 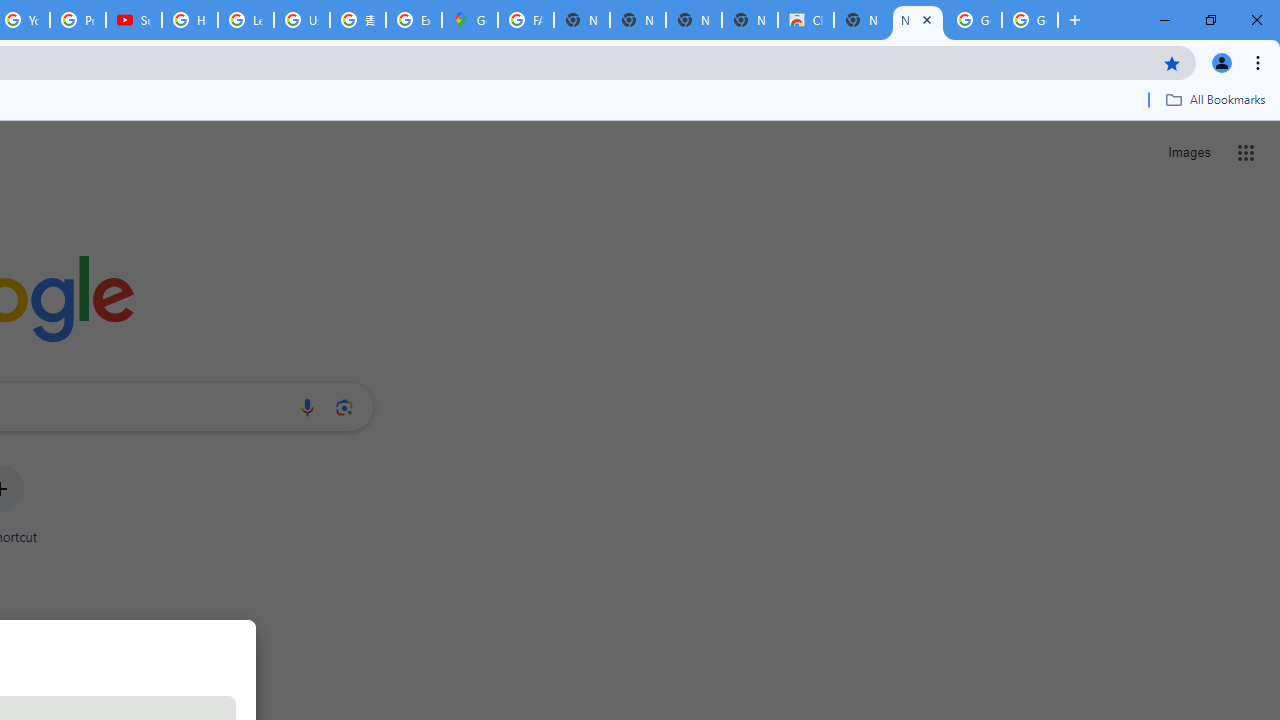 I want to click on 'Chrome Web Store', so click(x=806, y=20).